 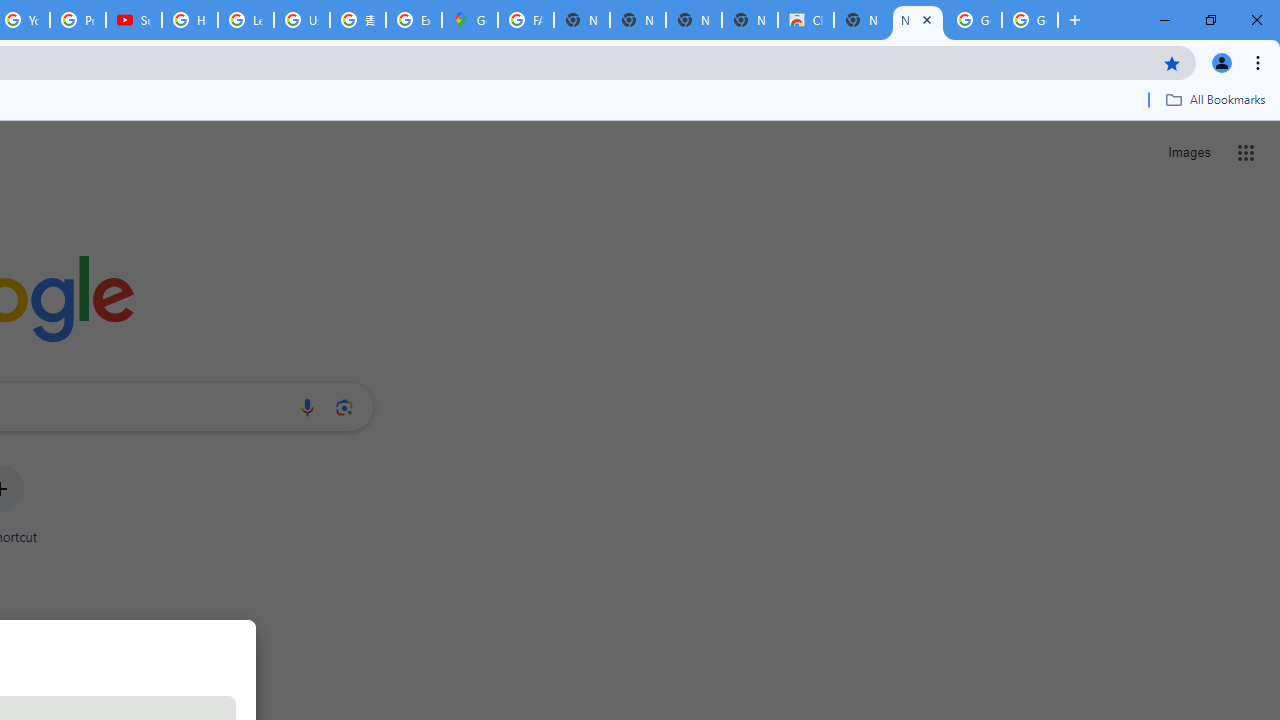 I want to click on 'Chrome Web Store', so click(x=806, y=20).